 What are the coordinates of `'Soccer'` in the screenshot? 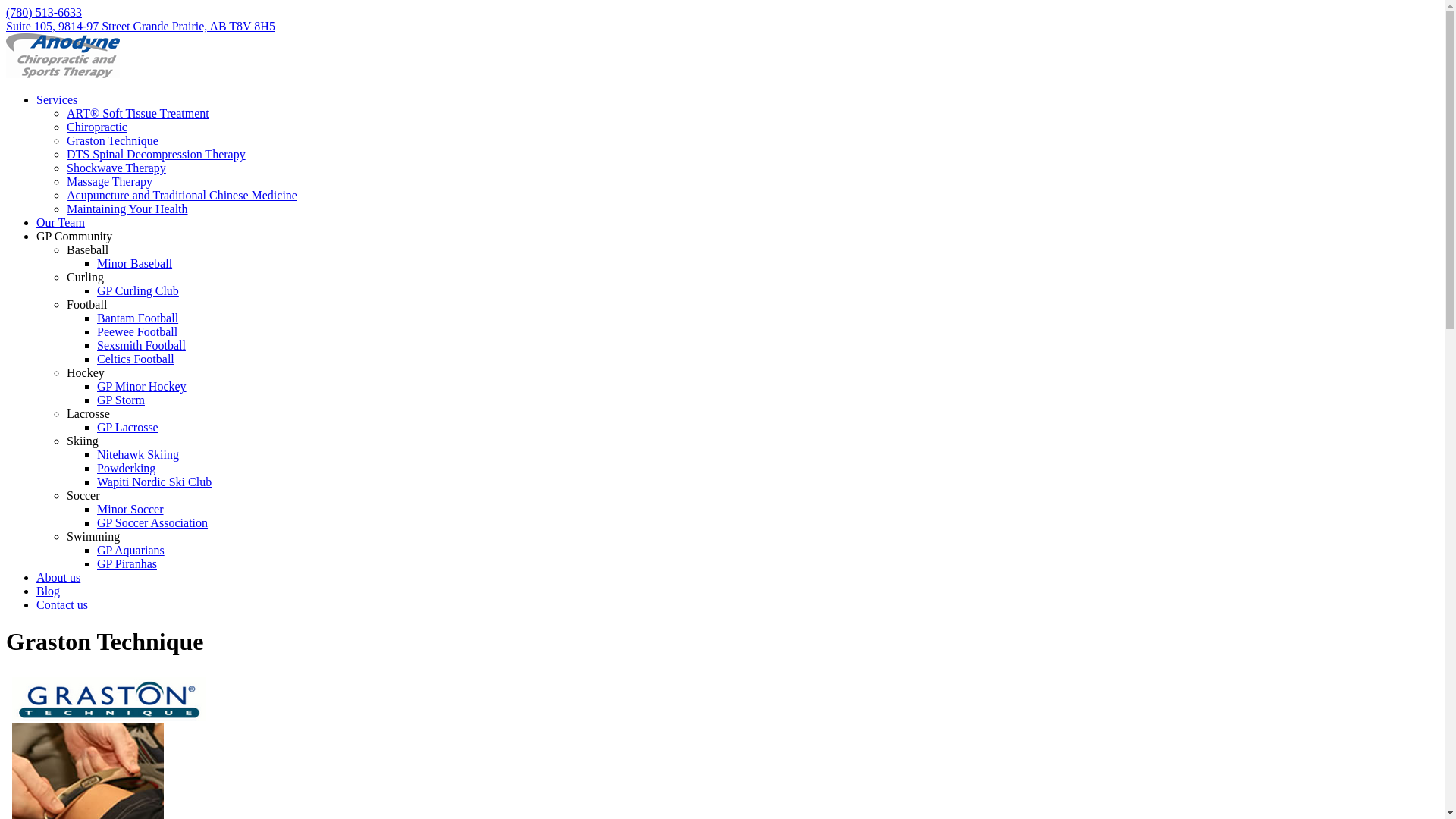 It's located at (83, 495).